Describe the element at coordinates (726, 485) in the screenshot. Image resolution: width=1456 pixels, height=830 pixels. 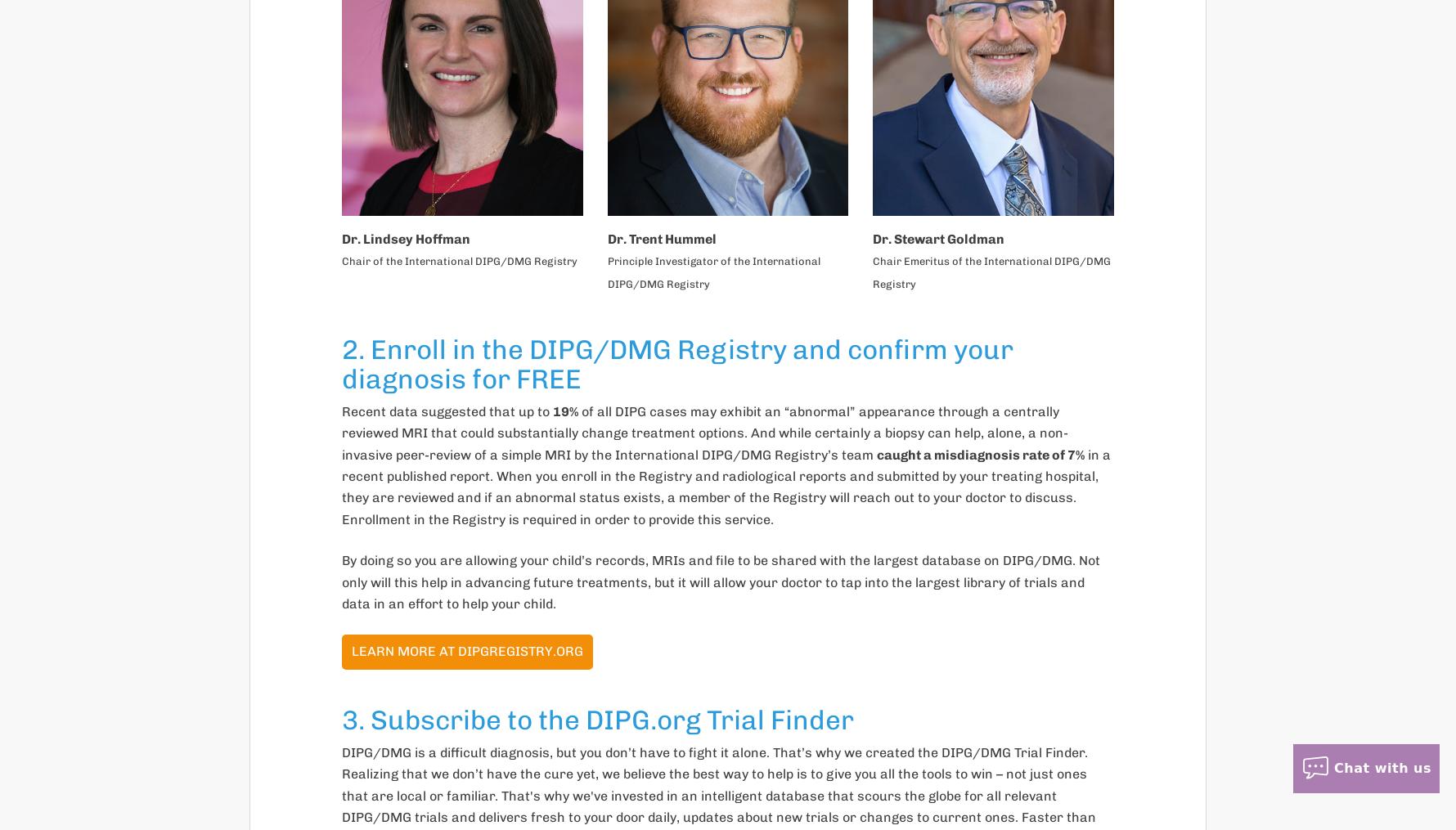
I see `'in a recent published report. When you enroll in the Registry and radiological reports and submitted by your treating hospital, they are reviewed and if an abnormal status exists, a member of the Registry will reach out to your doctor to discuss. Enrollment in the Registry is required in order to provide this service.'` at that location.